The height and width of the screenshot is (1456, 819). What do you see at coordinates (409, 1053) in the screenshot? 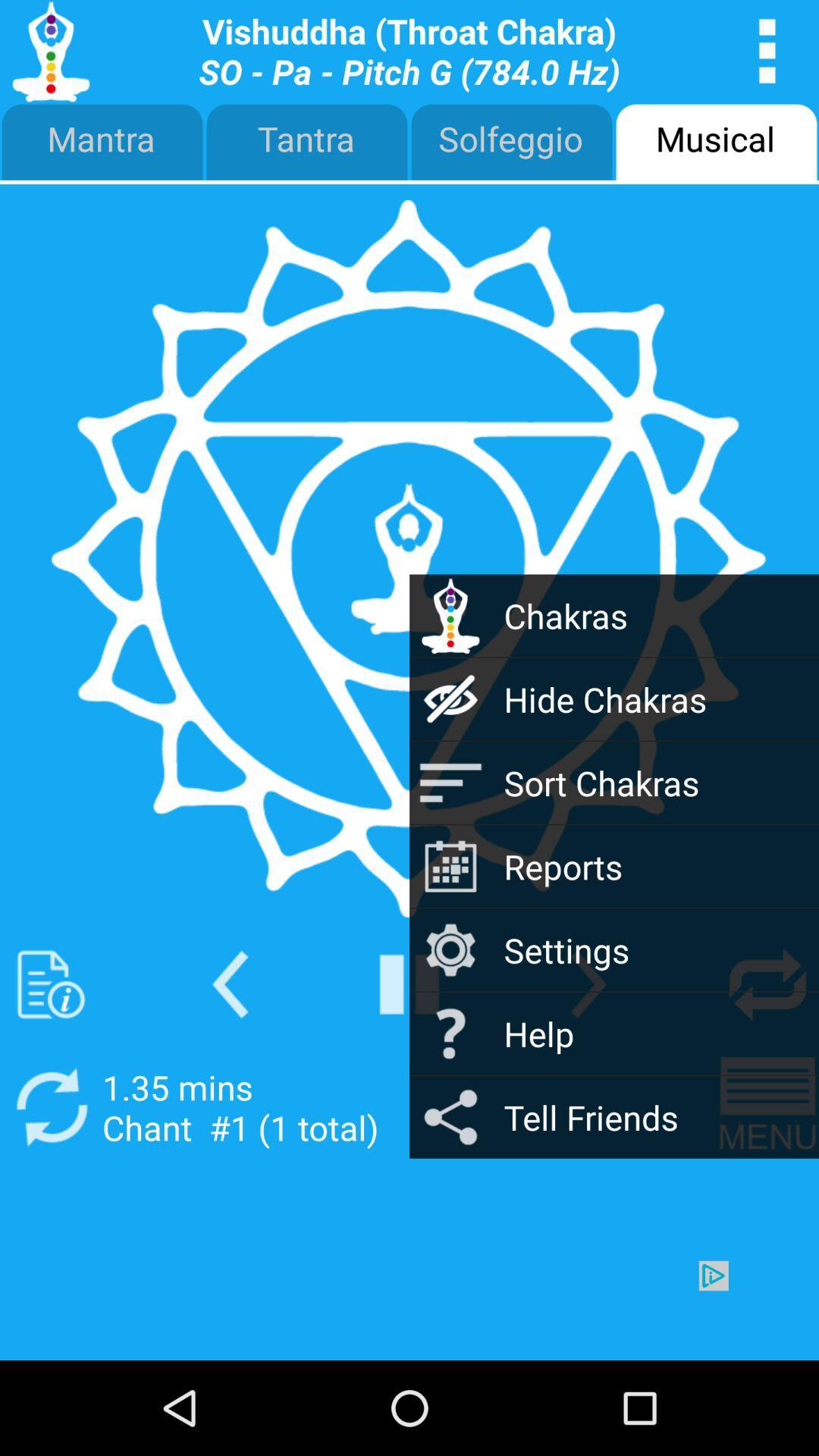
I see `the pause icon` at bounding box center [409, 1053].